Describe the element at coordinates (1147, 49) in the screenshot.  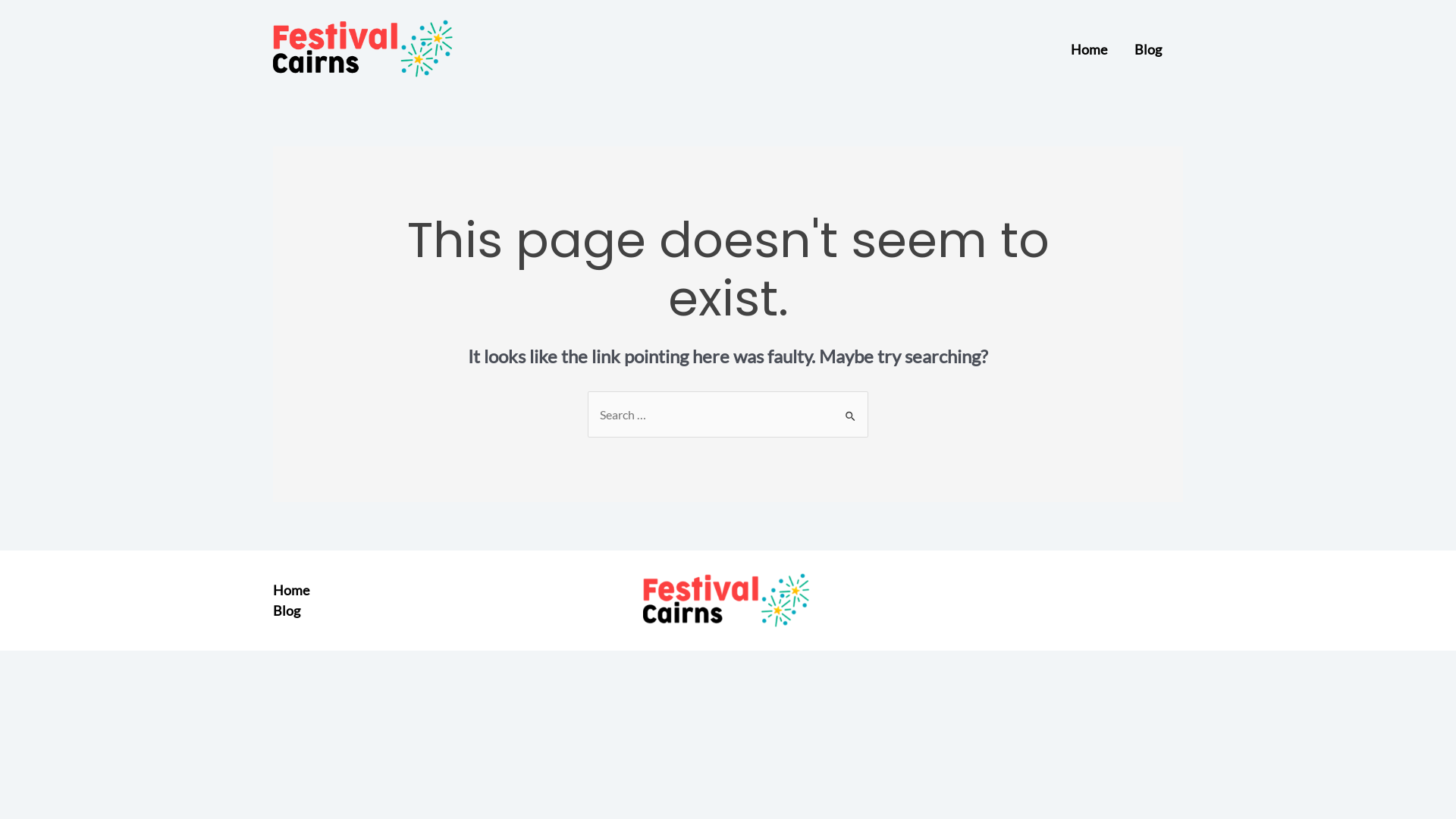
I see `'Blog'` at that location.